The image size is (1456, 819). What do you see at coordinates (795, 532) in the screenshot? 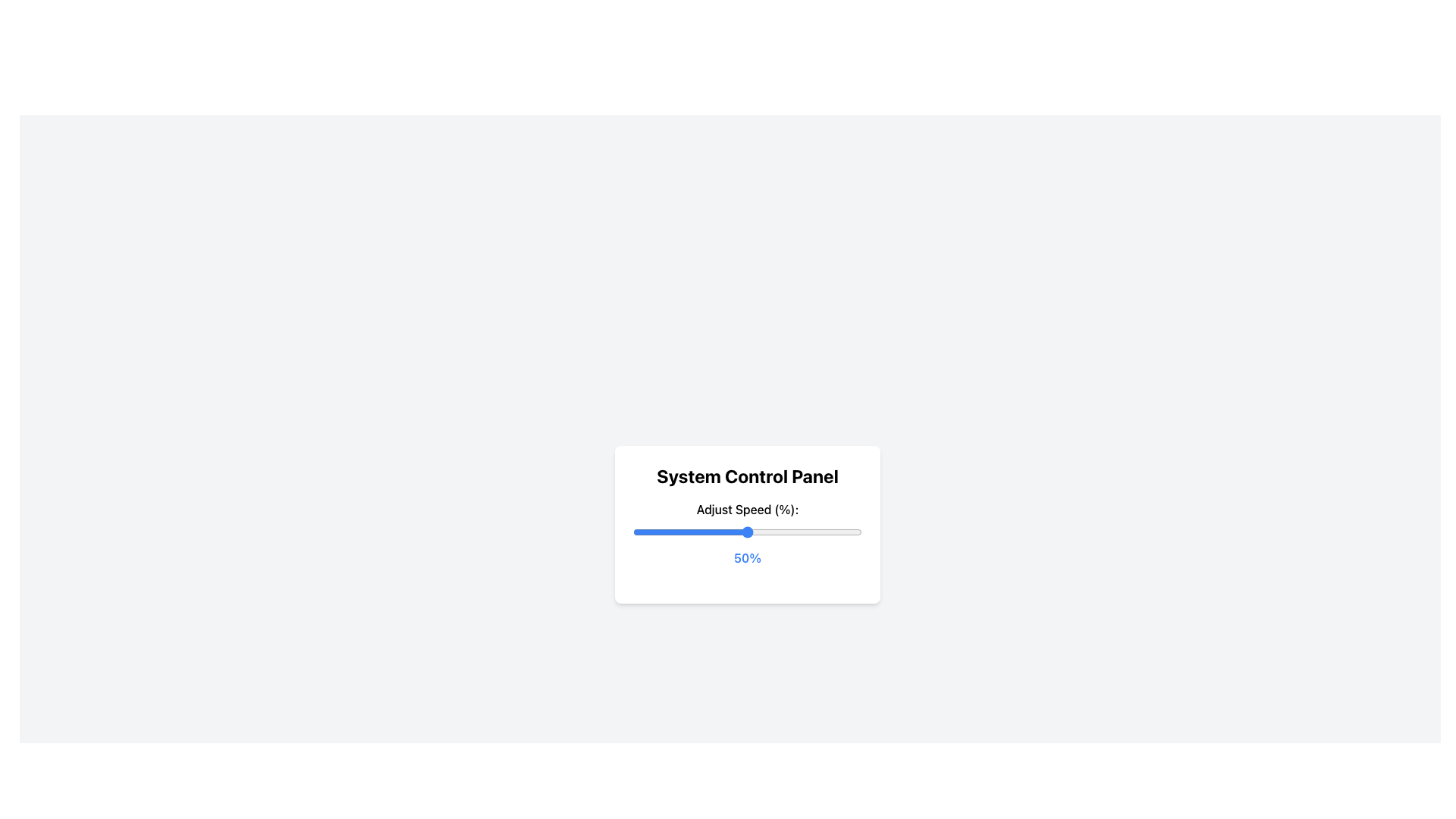
I see `the speed adjustment slider` at bounding box center [795, 532].